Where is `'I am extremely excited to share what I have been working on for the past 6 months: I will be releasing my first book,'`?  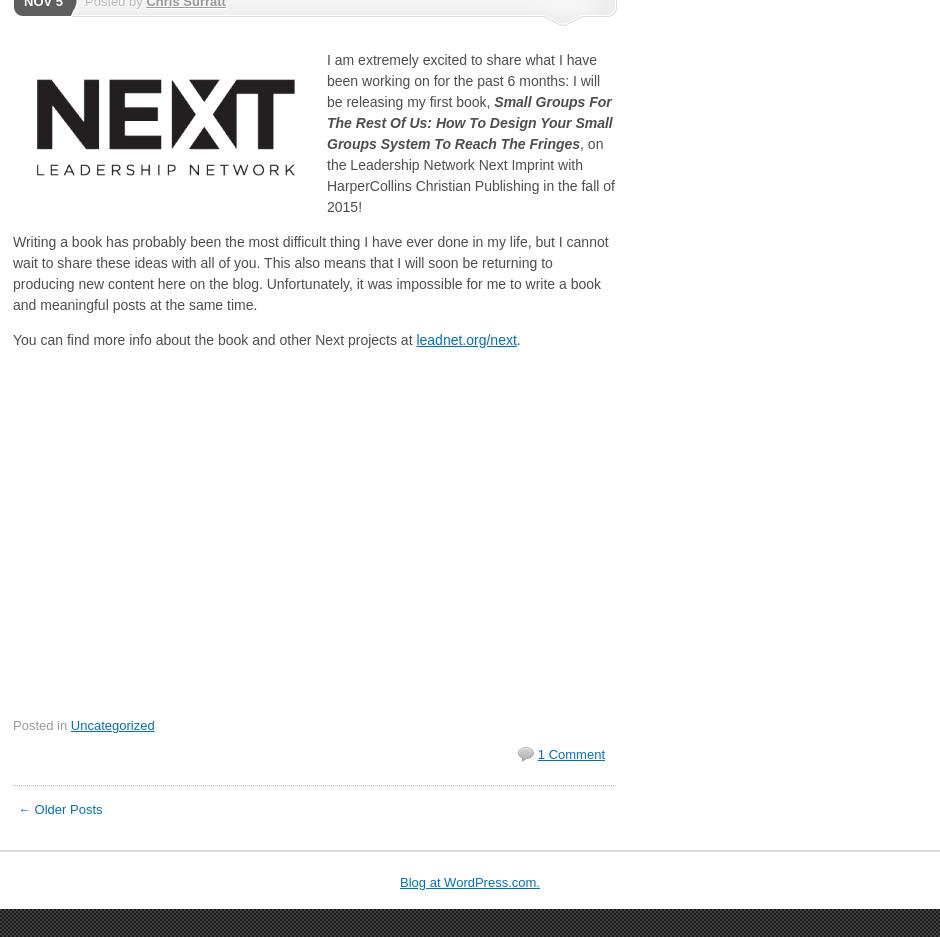
'I am extremely excited to share what I have been working on for the past 6 months: I will be releasing my first book,' is located at coordinates (462, 79).